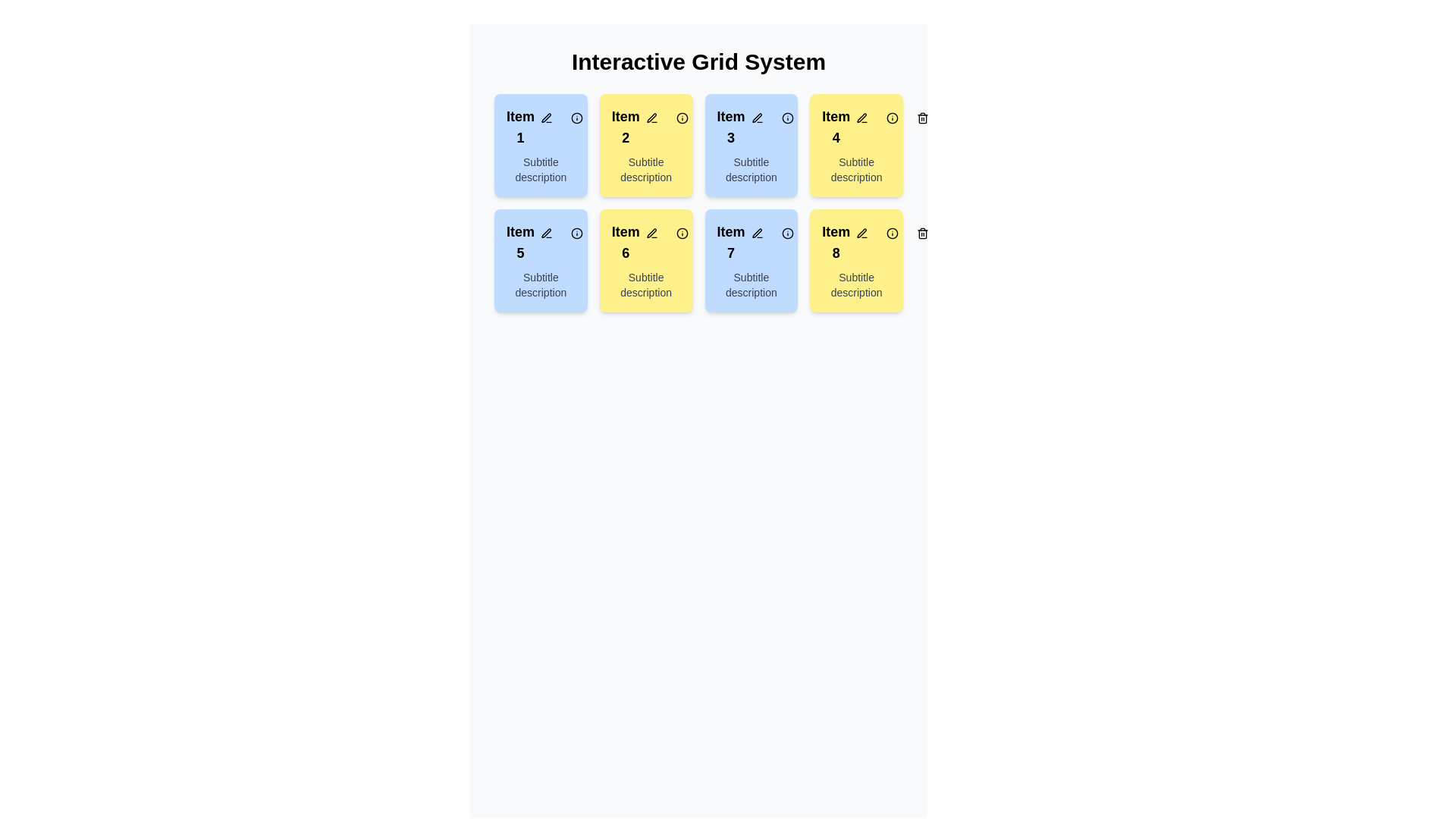 Image resolution: width=1456 pixels, height=819 pixels. I want to click on the second icon button in the group of three action icons on the card labeled 'Item 5' for additional action, so click(576, 234).